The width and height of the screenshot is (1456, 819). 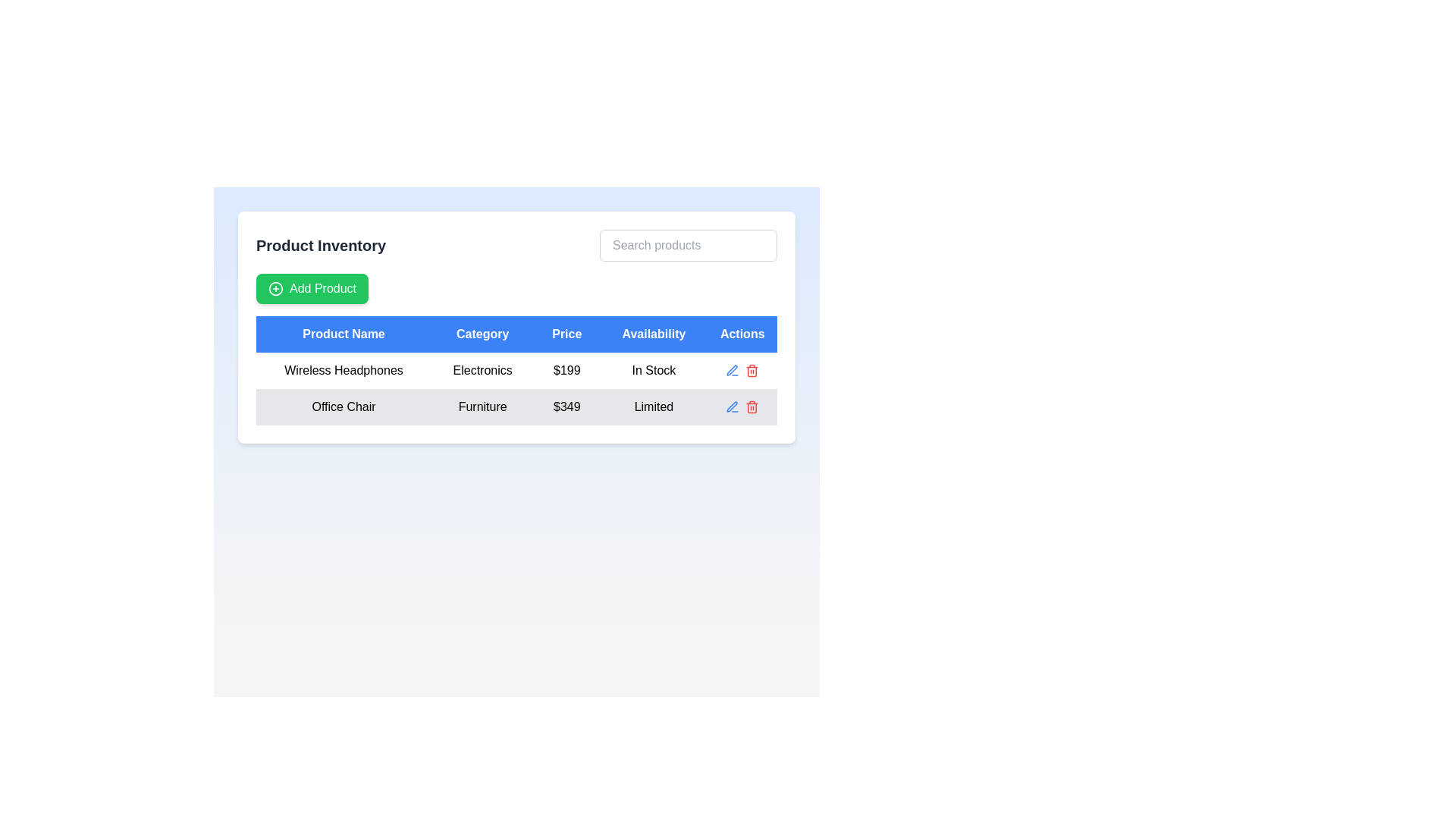 What do you see at coordinates (343, 333) in the screenshot?
I see `the Table Header Cell element labeled 'Product Name', which is the first cell in the header row of the table with a blue background and white centered text` at bounding box center [343, 333].